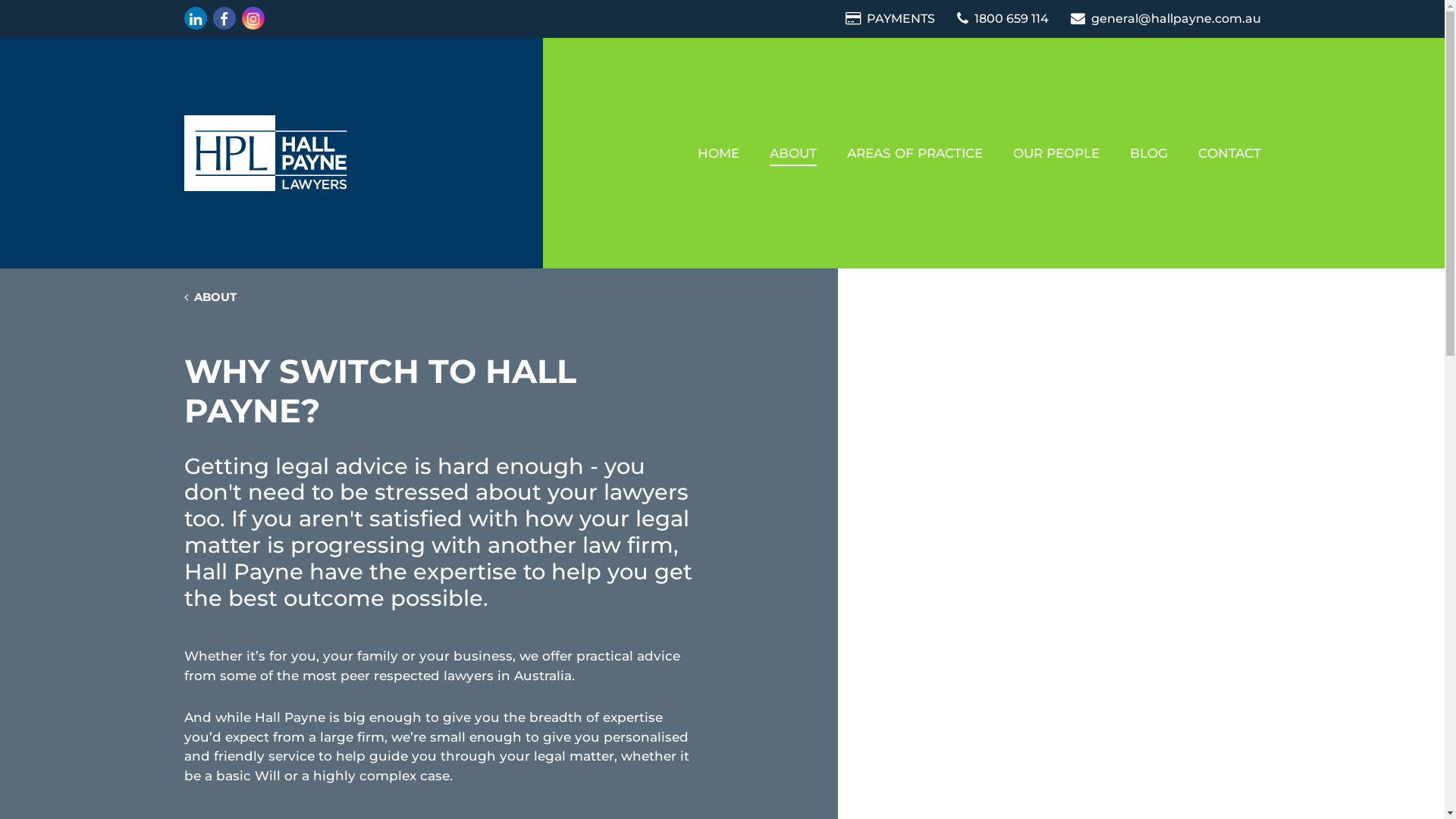  I want to click on '  1800 659 114', so click(1004, 18).